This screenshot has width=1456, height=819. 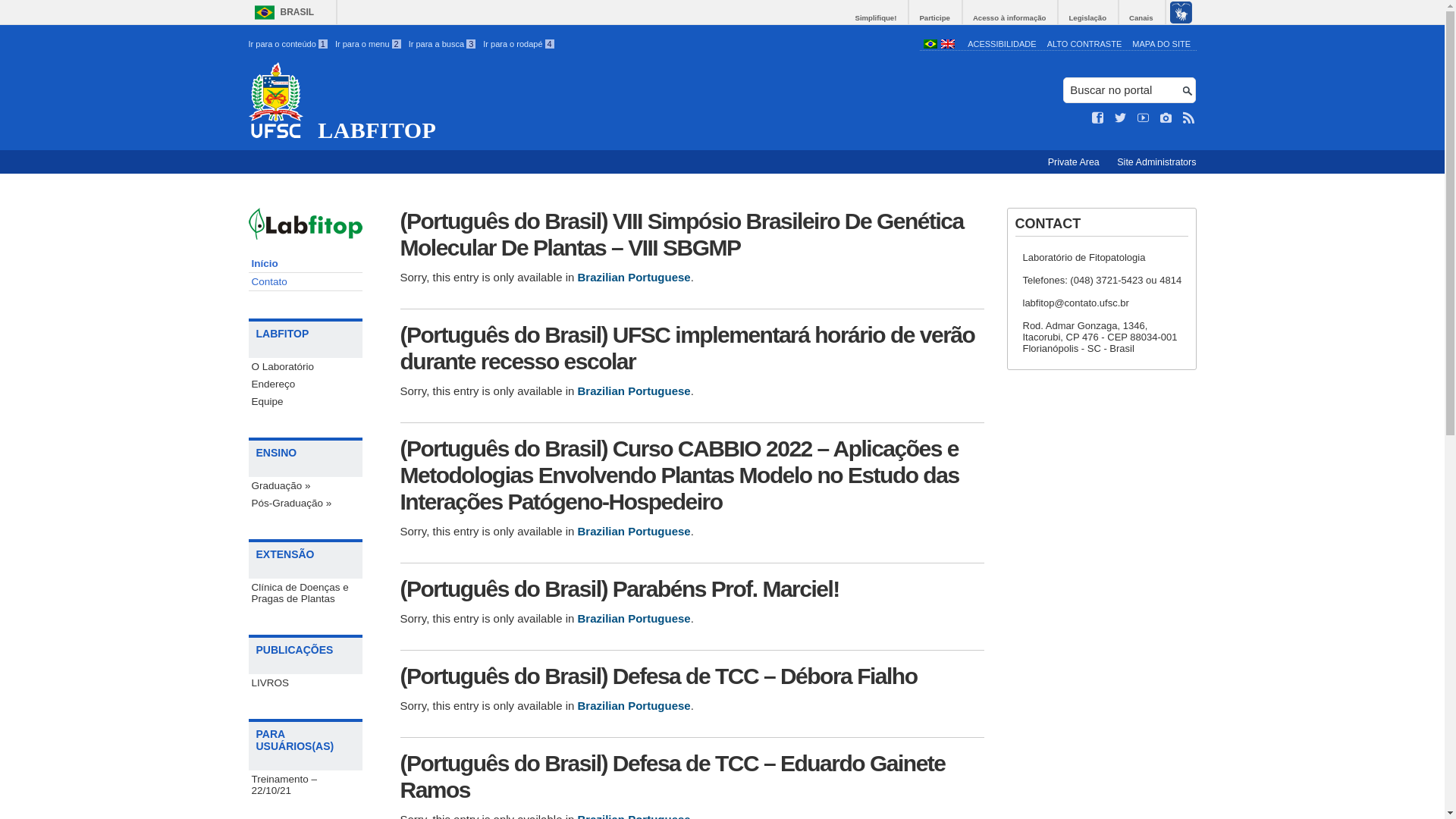 What do you see at coordinates (368, 42) in the screenshot?
I see `'Ir para o menu 2'` at bounding box center [368, 42].